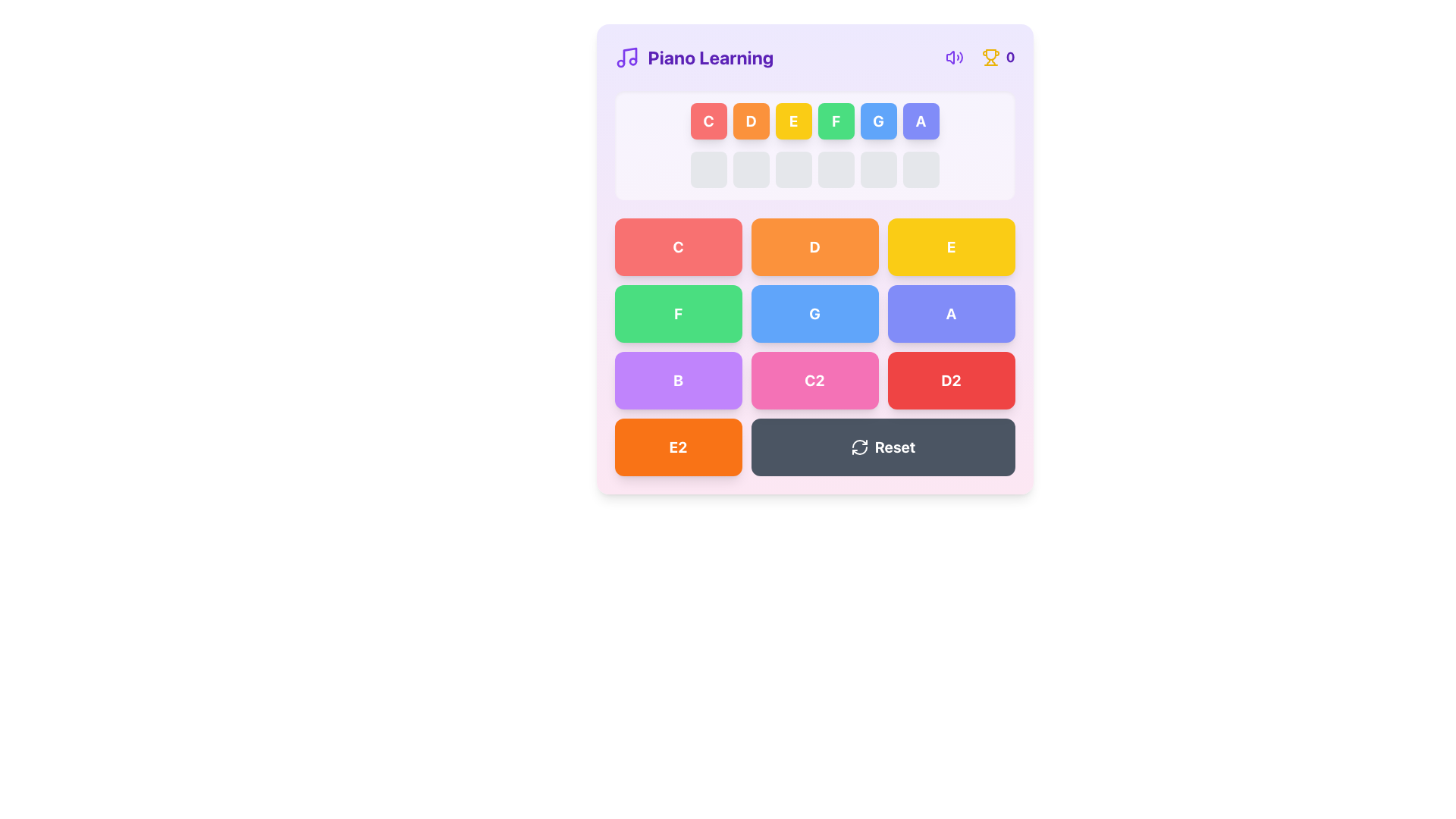 The width and height of the screenshot is (1456, 819). Describe the element at coordinates (950, 379) in the screenshot. I see `the red button with the text 'D2'` at that location.